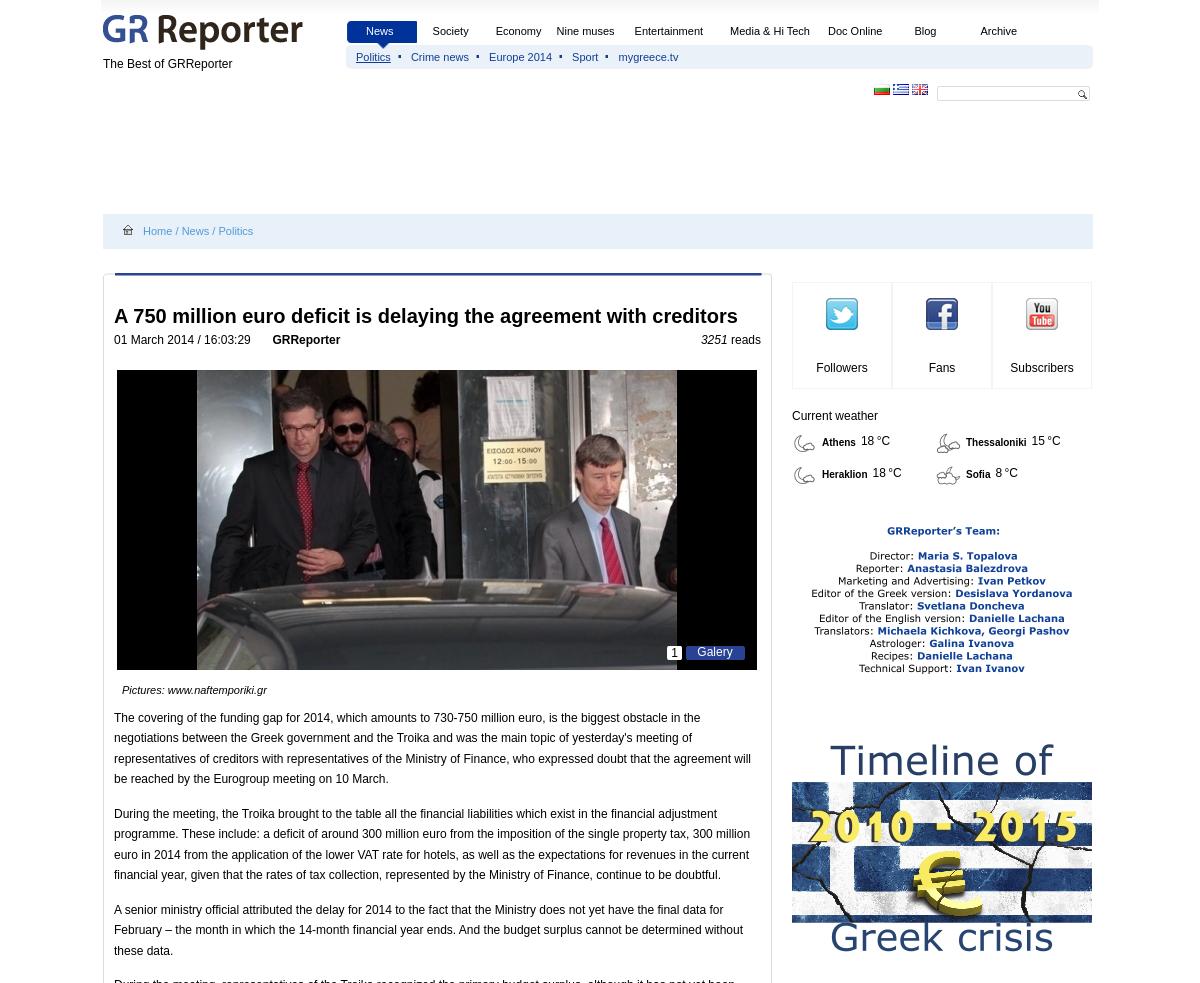 Image resolution: width=1200 pixels, height=983 pixels. I want to click on '1', so click(671, 653).